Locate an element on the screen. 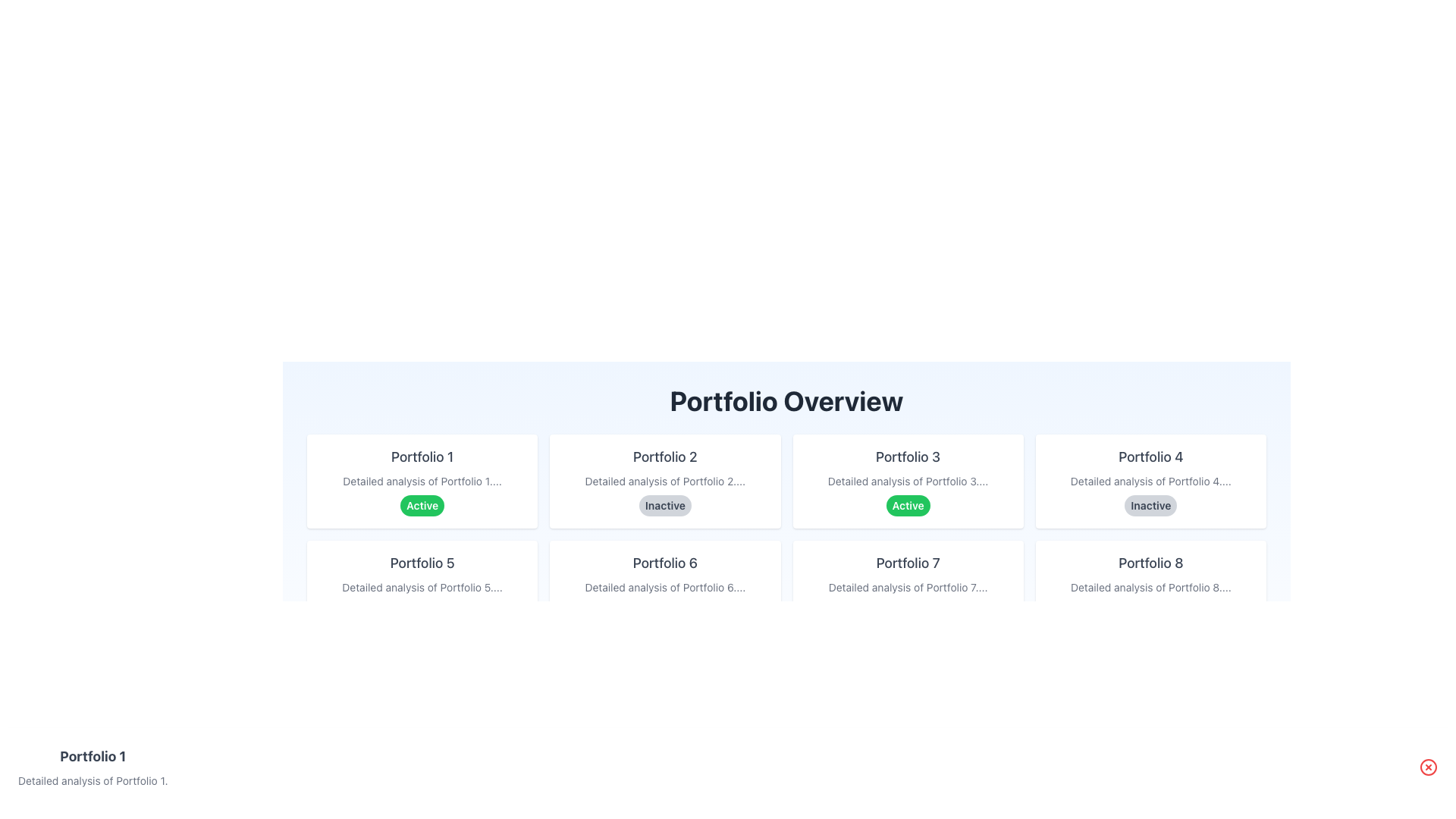  the first card in the grid layout, which has a white background, rounded corners, and contains a title, description, and an 'Active' badge is located at coordinates (422, 482).